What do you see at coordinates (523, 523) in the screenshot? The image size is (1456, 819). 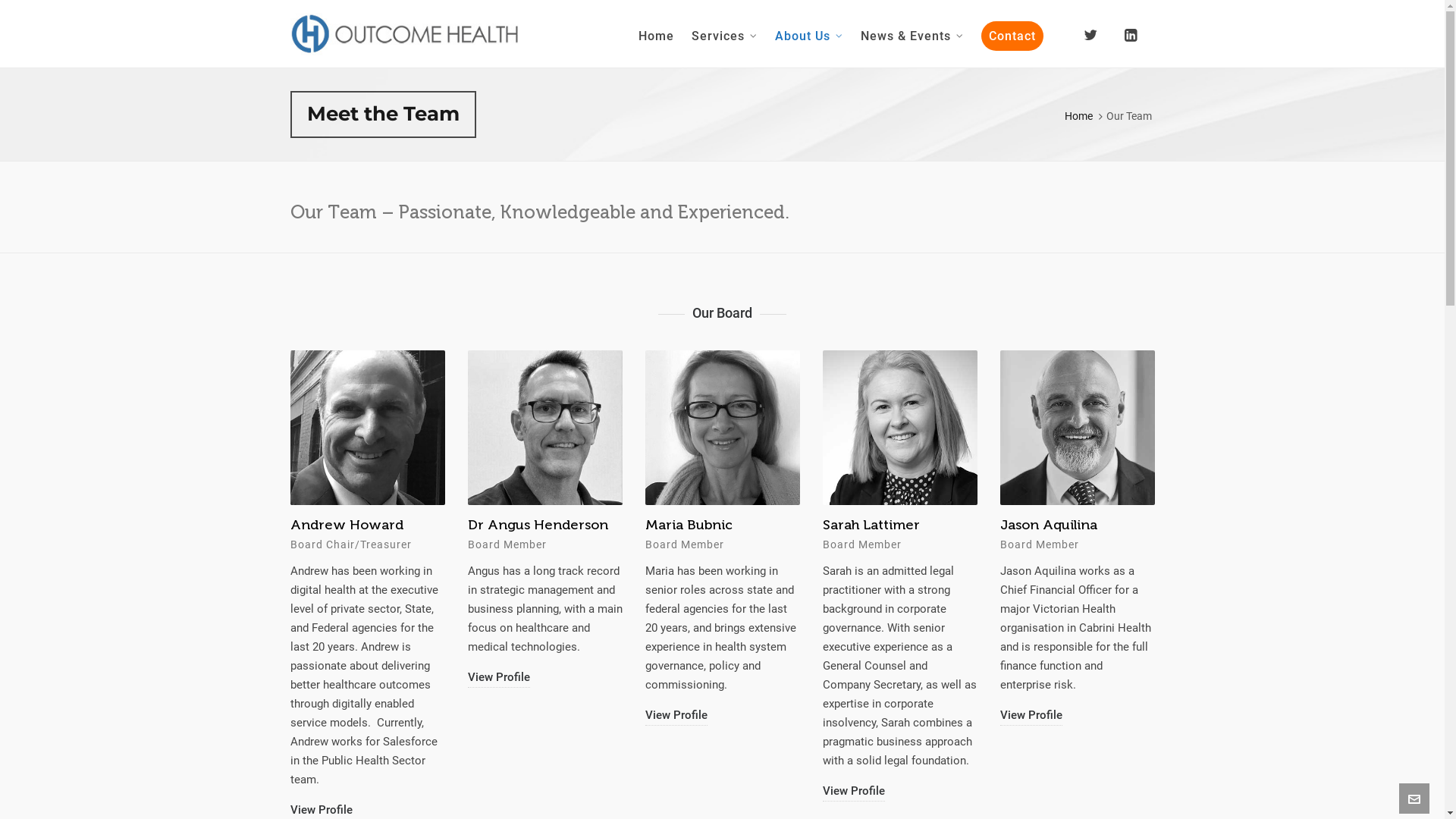 I see `'Andrew Howard'` at bounding box center [523, 523].